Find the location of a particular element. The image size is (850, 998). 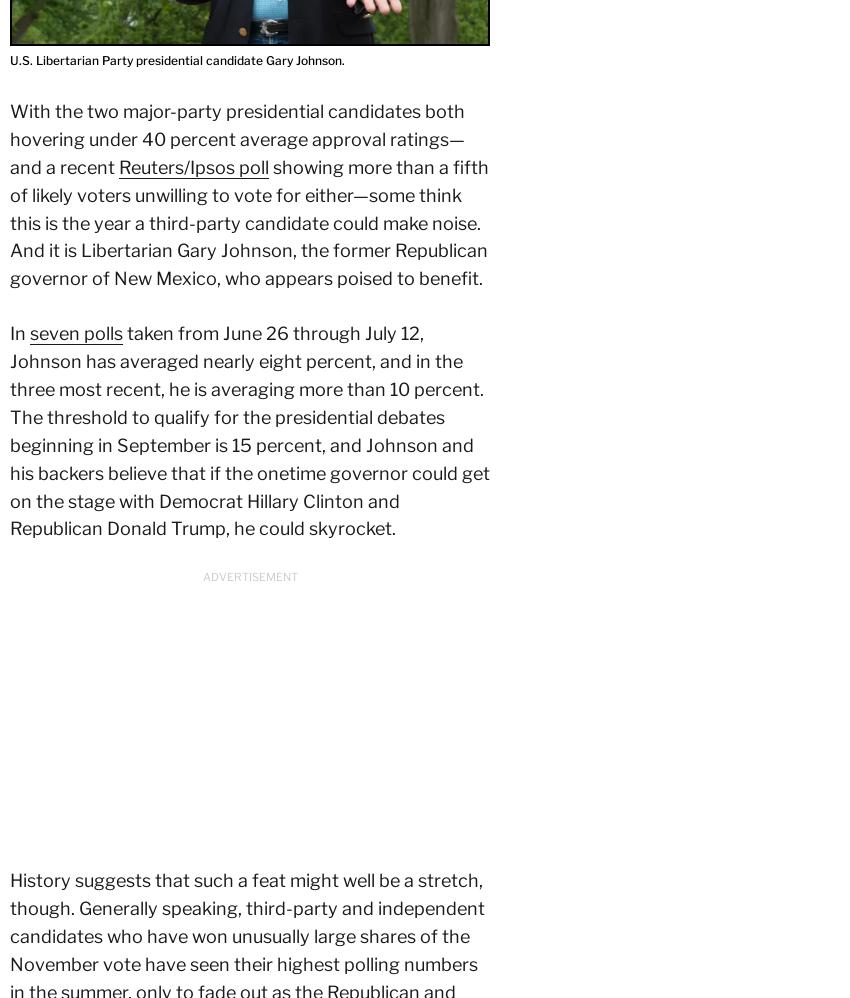

'Cliston Brown is a communications executive and political analyst in the San Francisco Bay Area who previously served as director of communications to a longtime Democratic Representative in Washington, D.C. Follow him on Twitter (@ClistonBrown) and visit his website at' is located at coordinates (247, 261).